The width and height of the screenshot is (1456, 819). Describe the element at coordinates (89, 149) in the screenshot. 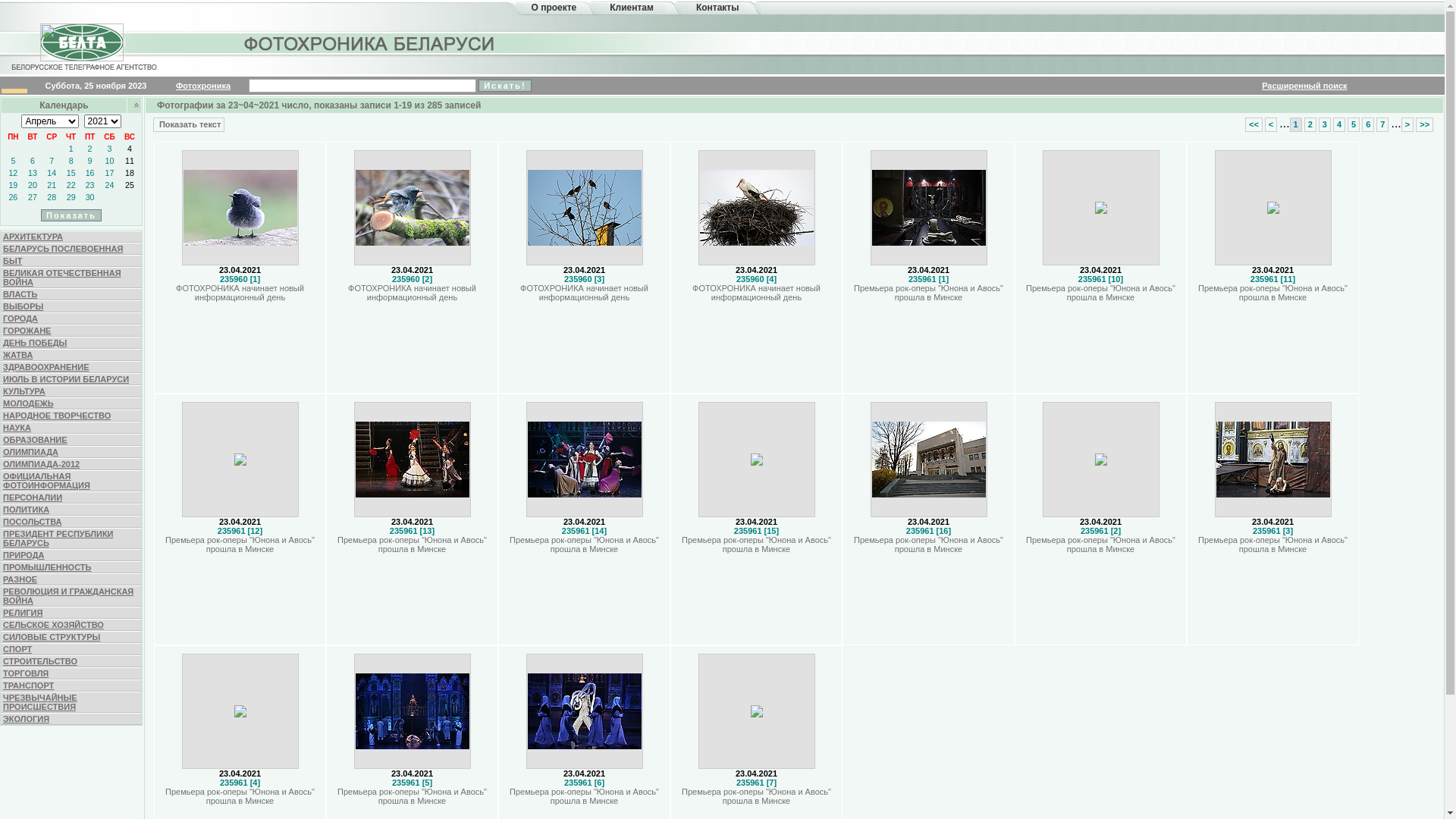

I see `'2'` at that location.